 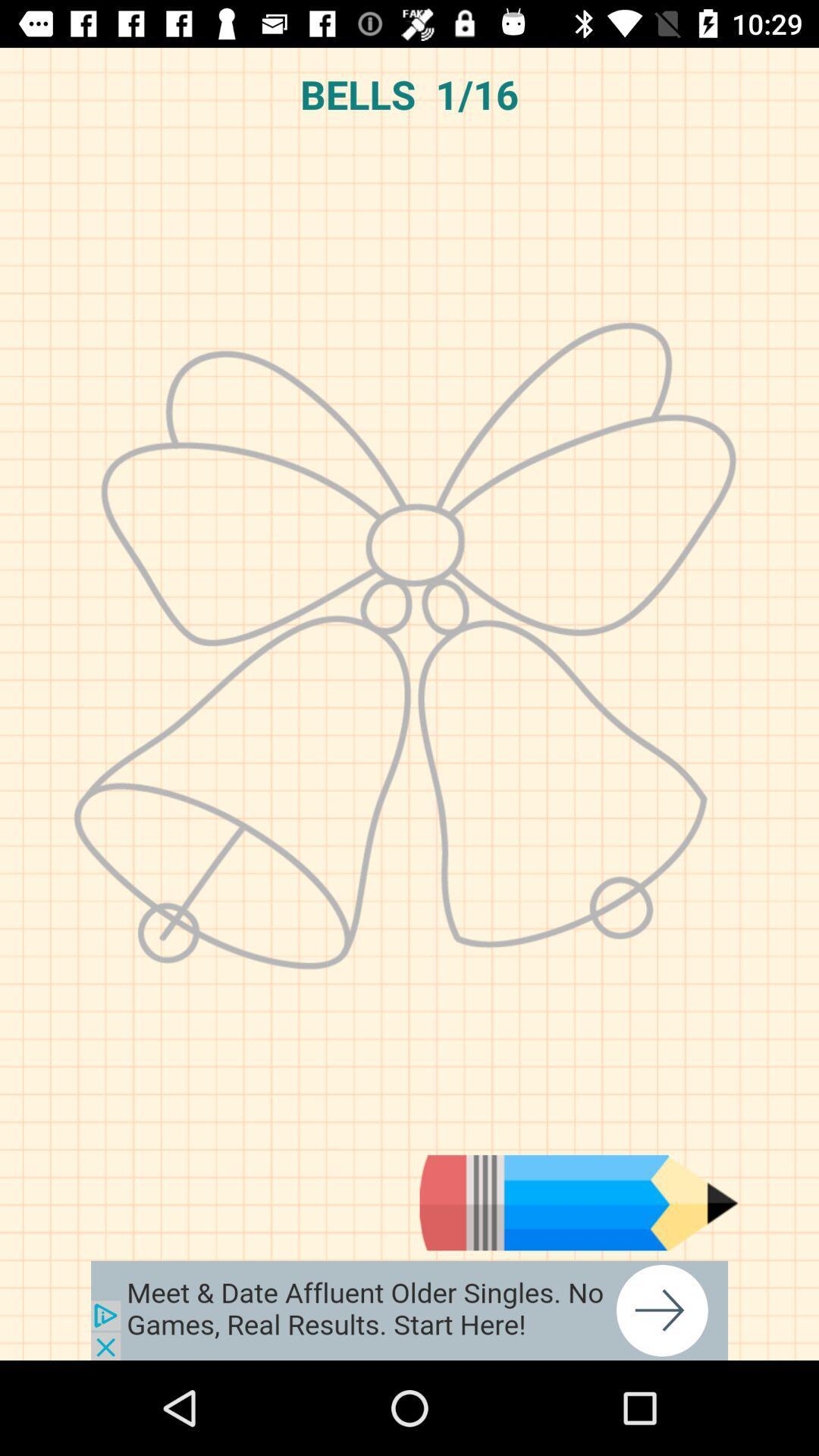 What do you see at coordinates (579, 1202) in the screenshot?
I see `drawing tool` at bounding box center [579, 1202].